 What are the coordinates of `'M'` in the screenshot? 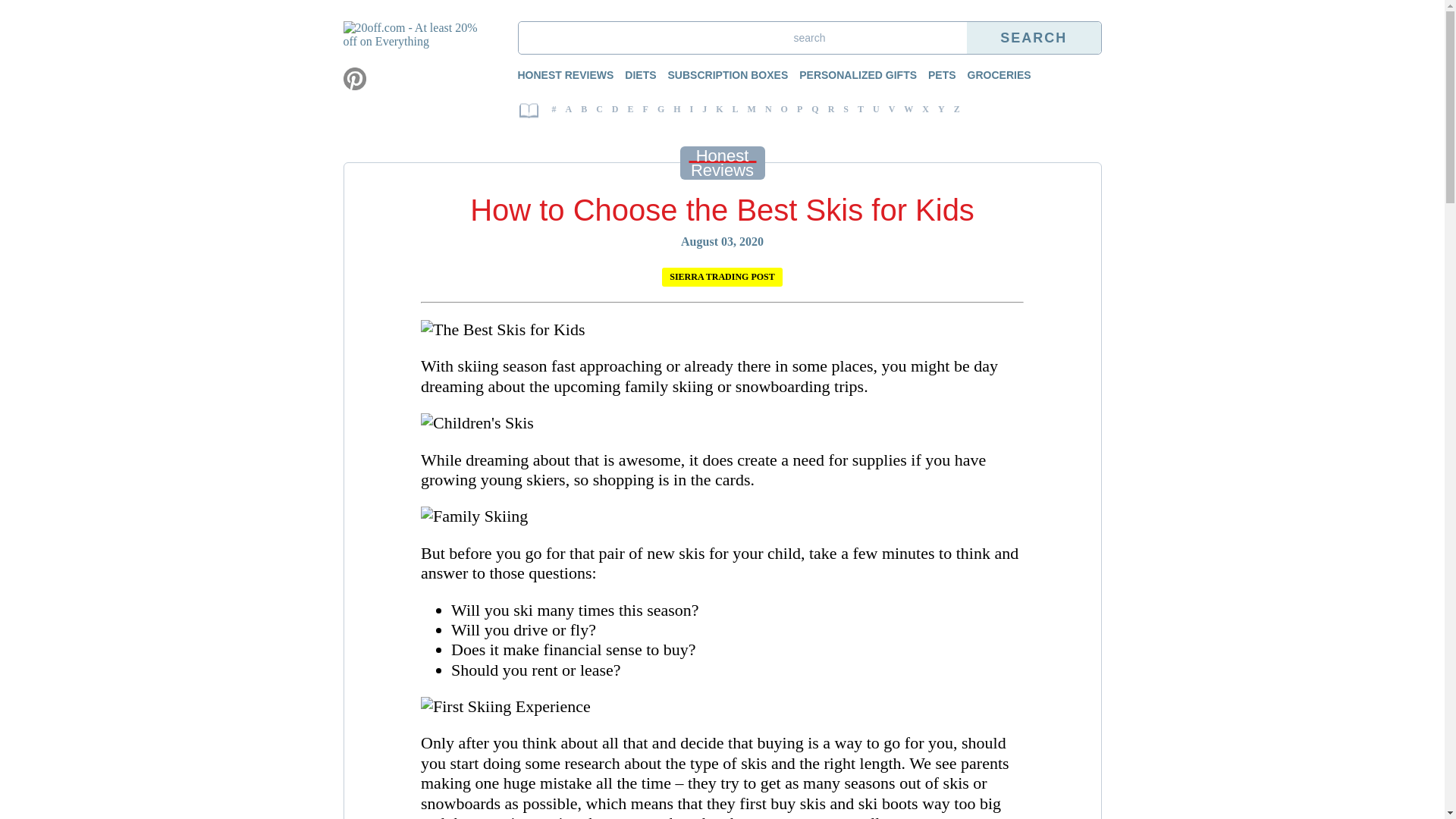 It's located at (752, 108).